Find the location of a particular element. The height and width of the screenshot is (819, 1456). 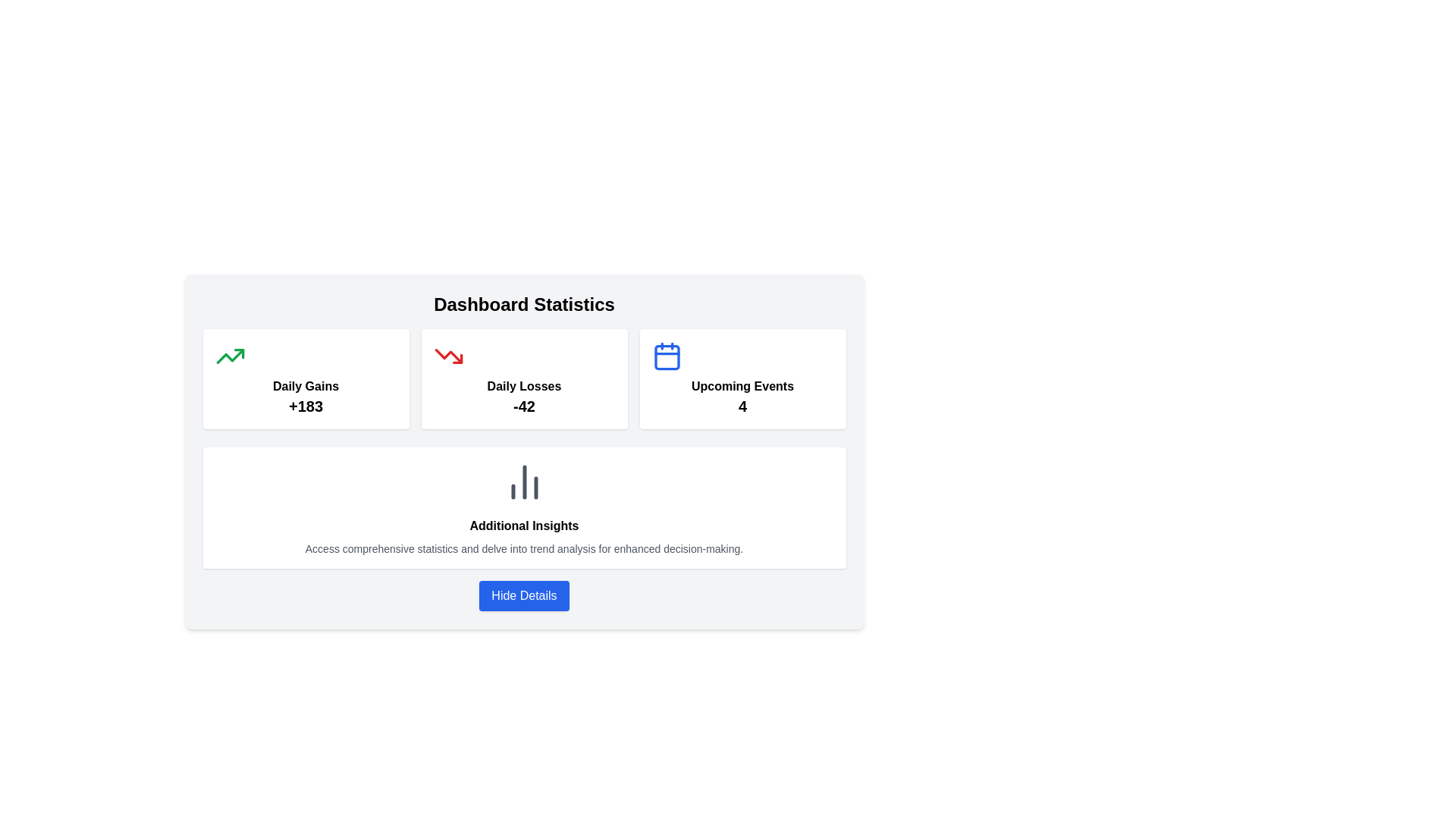

the 'Daily Losses' information display card, which features a white background, rounded corners, and displays the text '-42' in a larger bold font beneath a red downward-trending arrow icon is located at coordinates (524, 378).